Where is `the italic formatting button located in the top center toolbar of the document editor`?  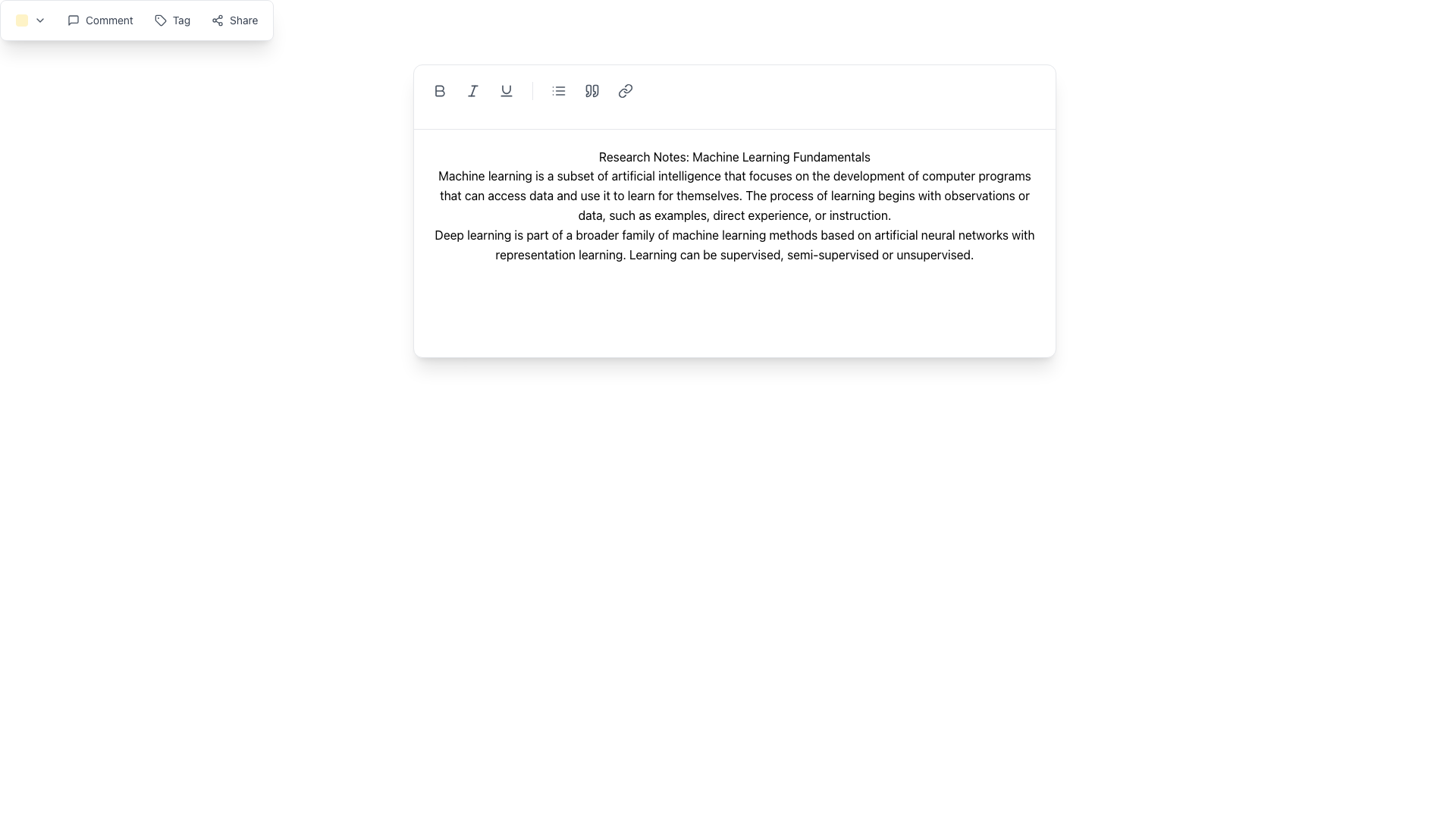 the italic formatting button located in the top center toolbar of the document editor is located at coordinates (472, 90).